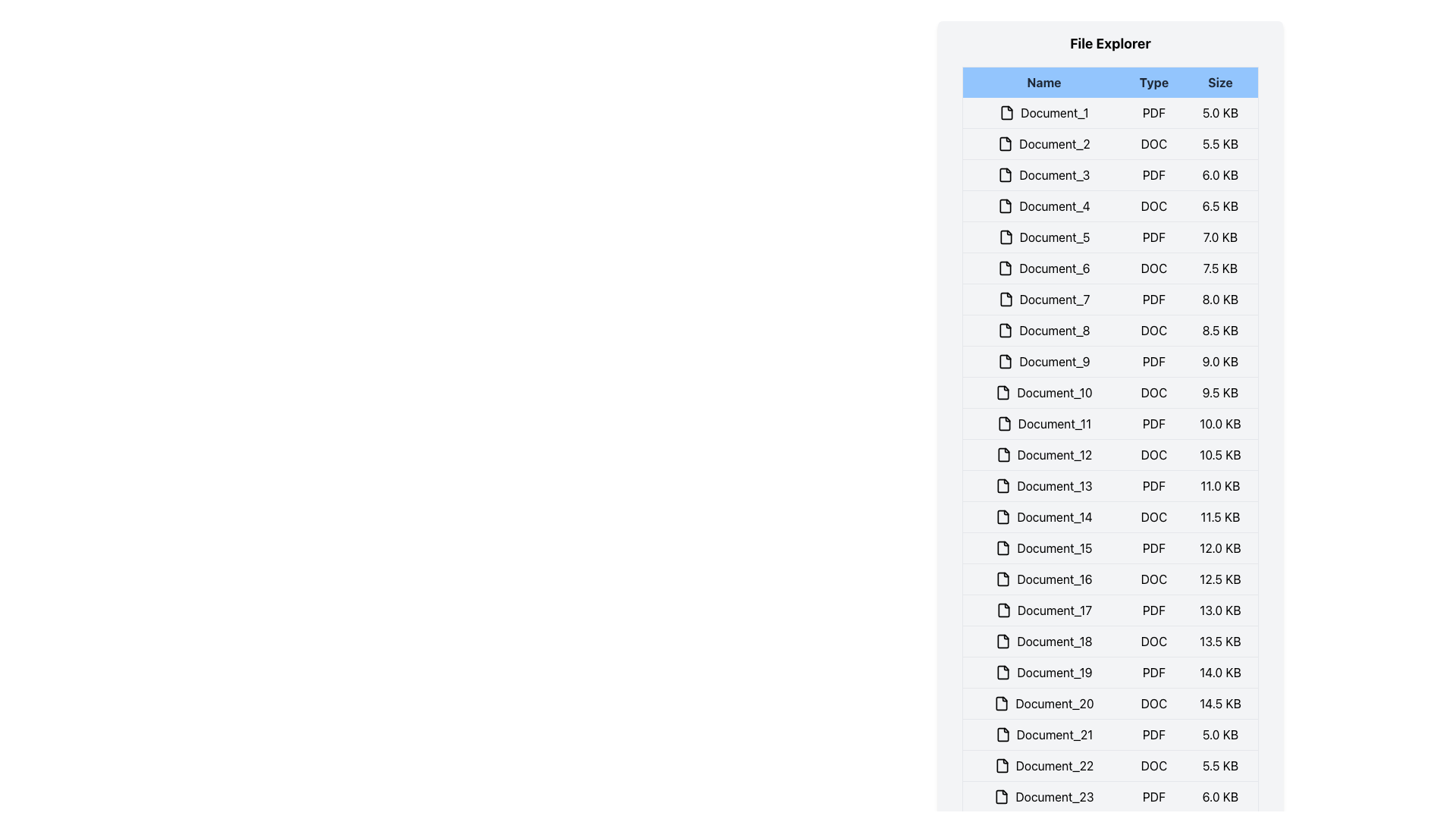  Describe the element at coordinates (1003, 391) in the screenshot. I see `the graphical icon representing a document file, located at the beginning of the 10th row in the file explorer, next to the label 'Document_10'` at that location.